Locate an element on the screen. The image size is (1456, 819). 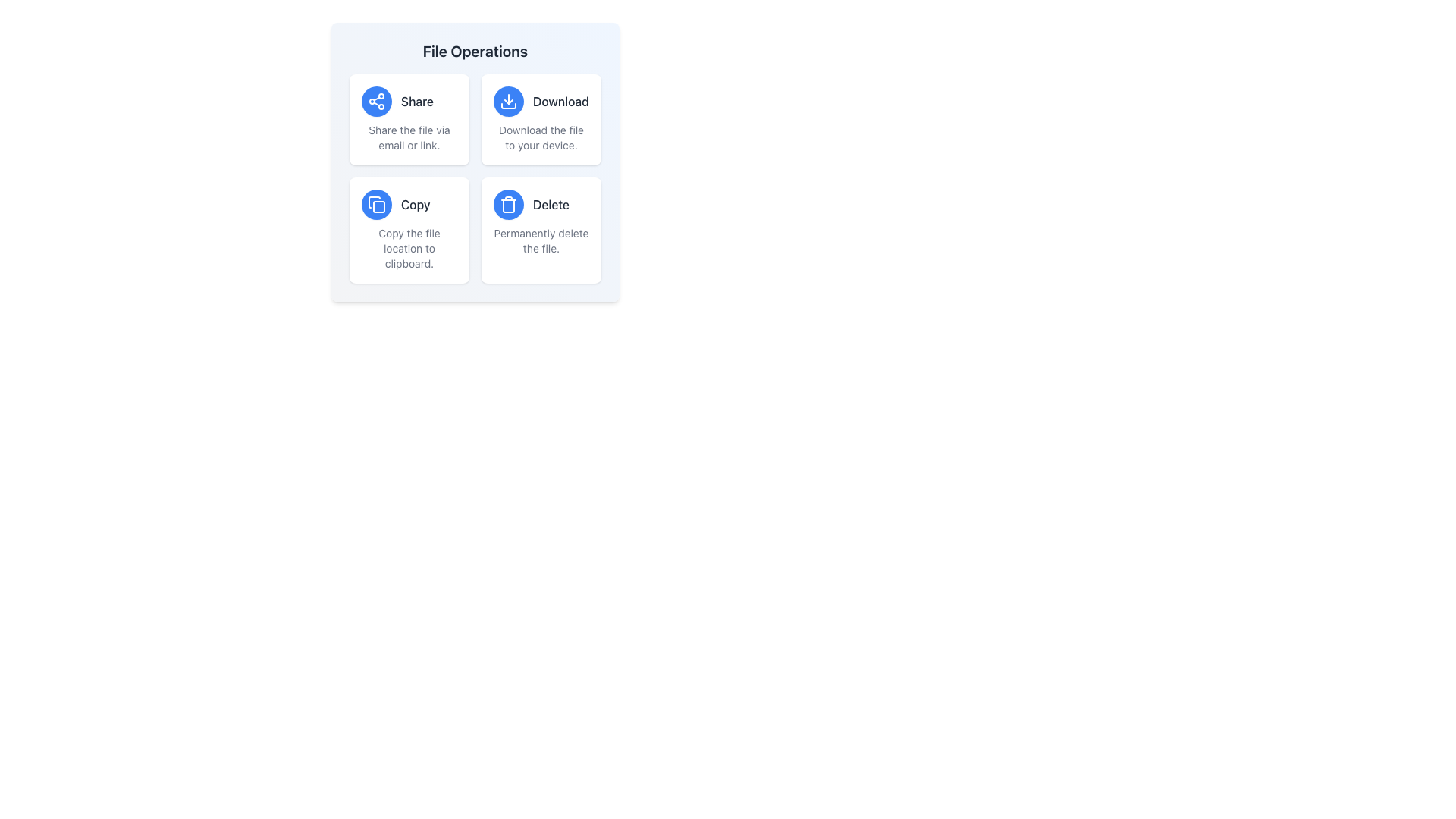
text label indicating the function of the associated icon for copying the file's location, located at the bottom-left of the 'File Operations' grid is located at coordinates (416, 205).